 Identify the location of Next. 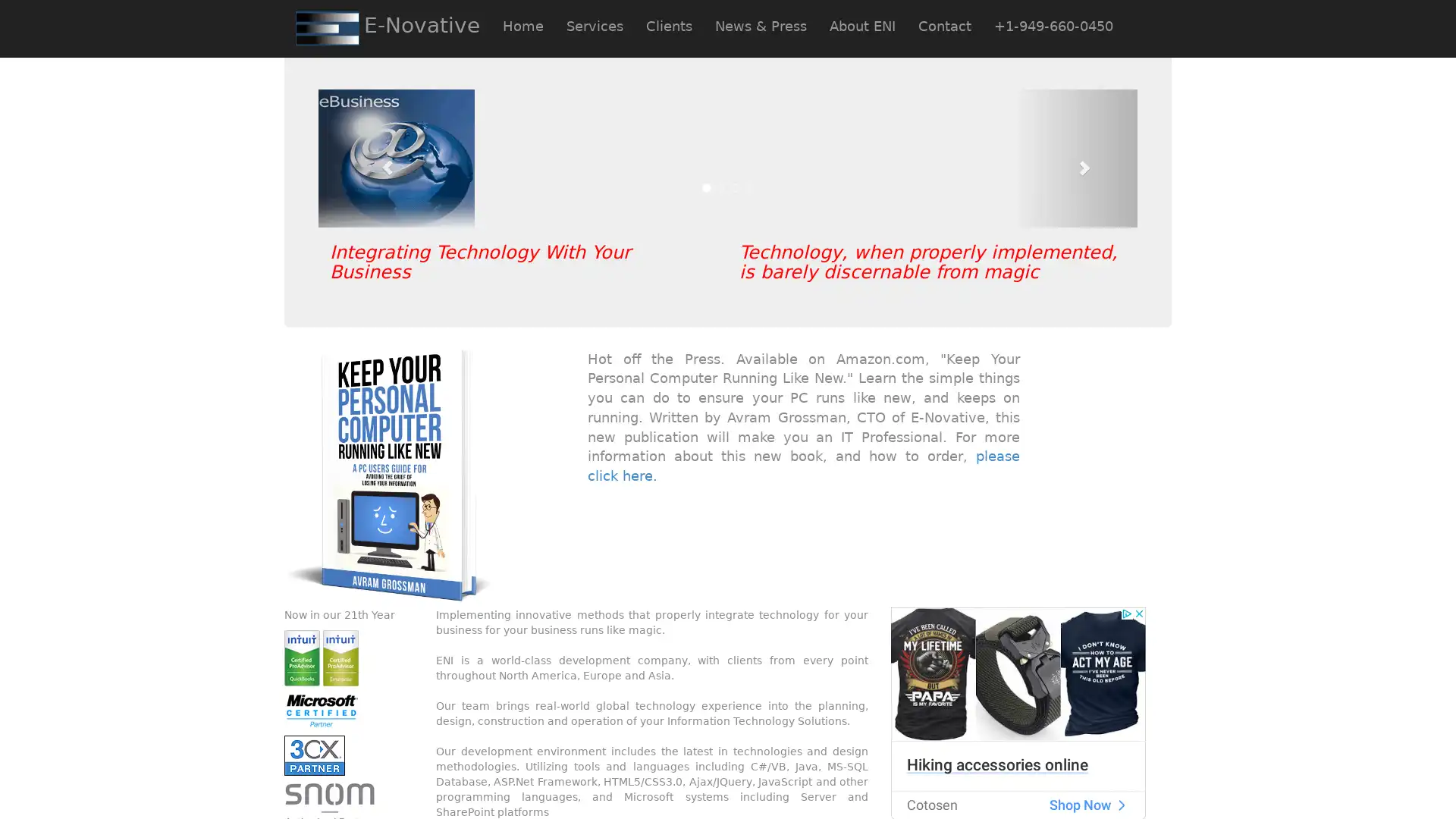
(1075, 158).